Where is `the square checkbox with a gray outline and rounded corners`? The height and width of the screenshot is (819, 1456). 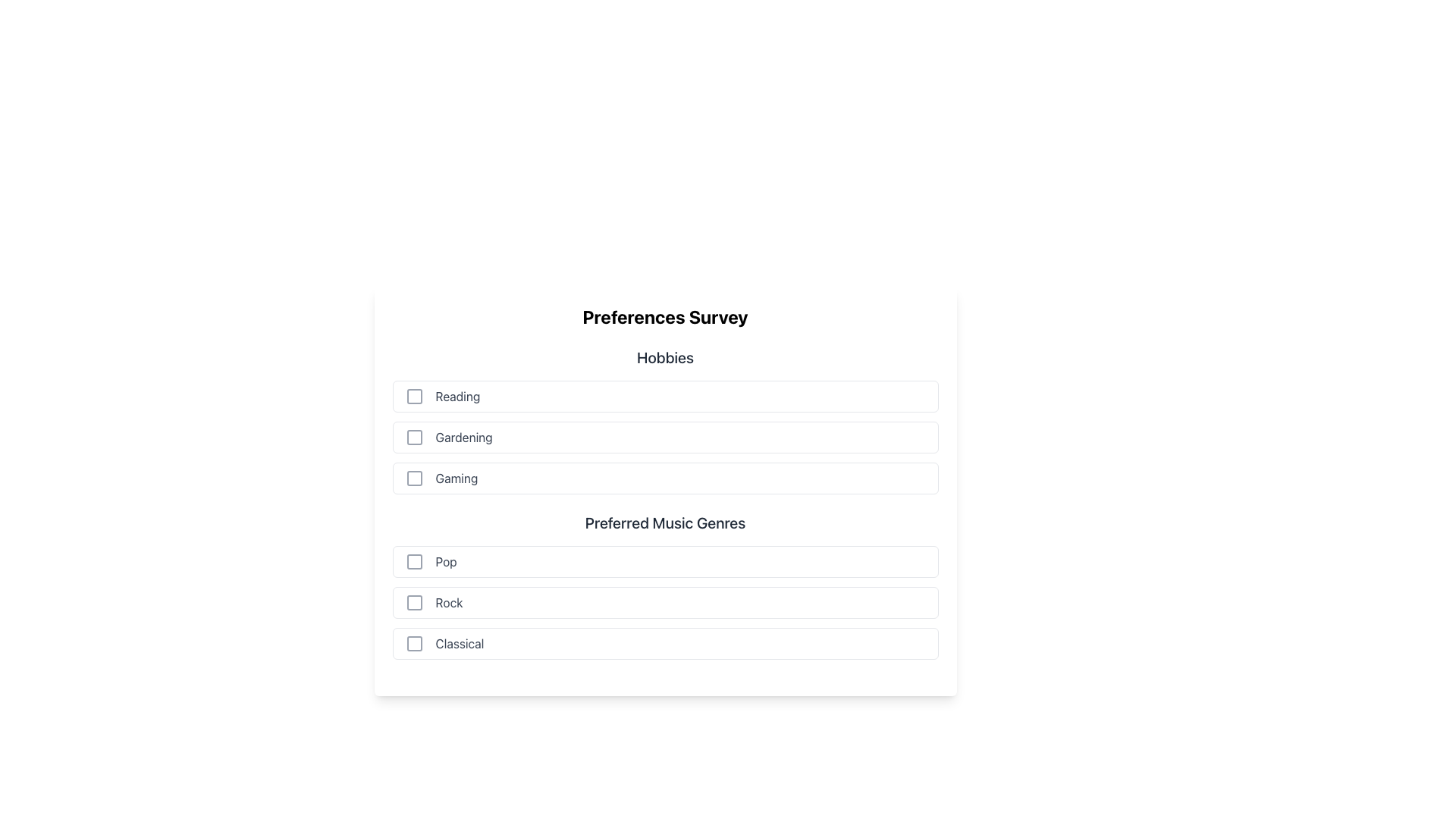 the square checkbox with a gray outline and rounded corners is located at coordinates (414, 438).